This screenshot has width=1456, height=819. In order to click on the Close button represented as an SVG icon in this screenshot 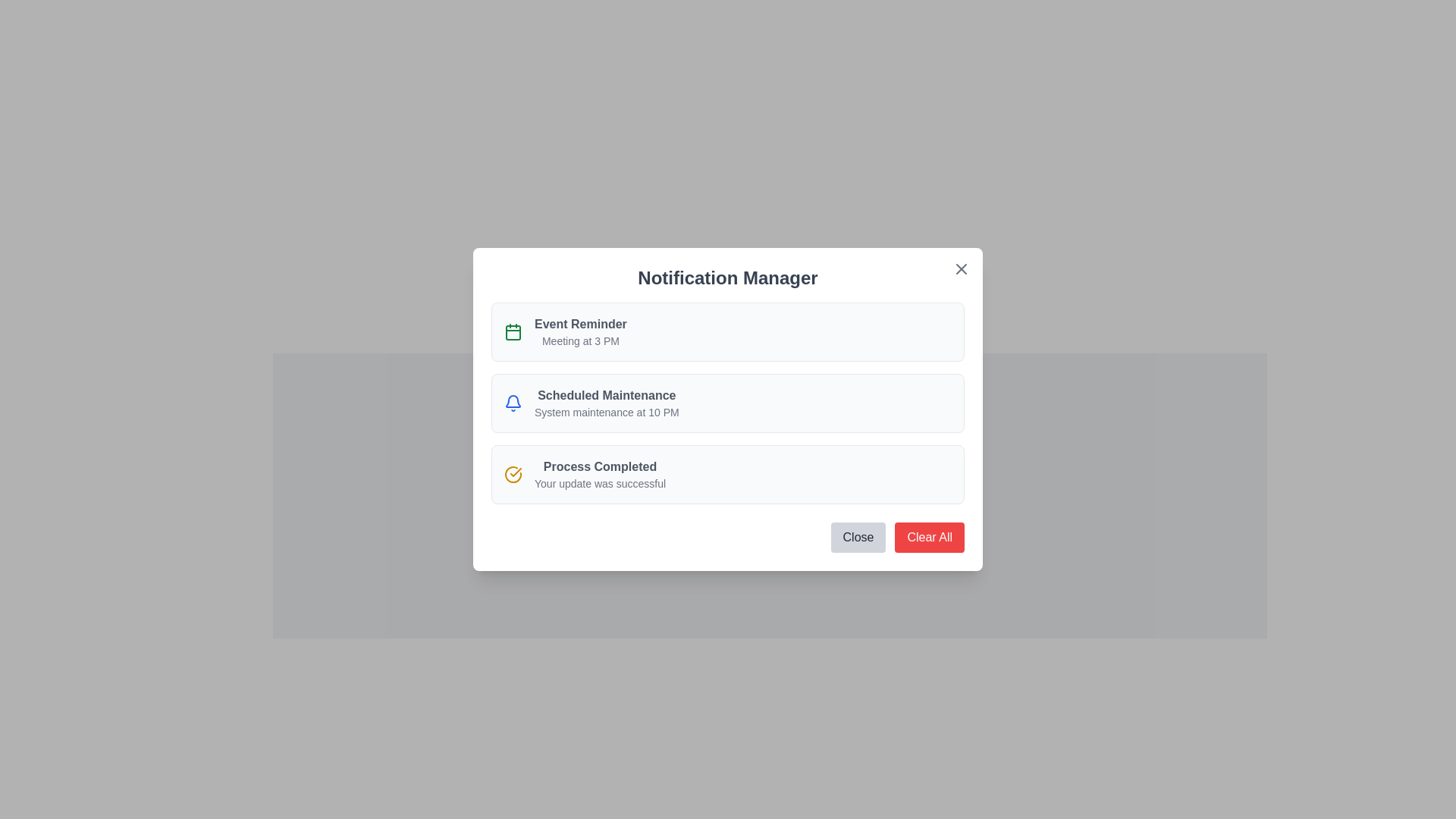, I will do `click(960, 268)`.